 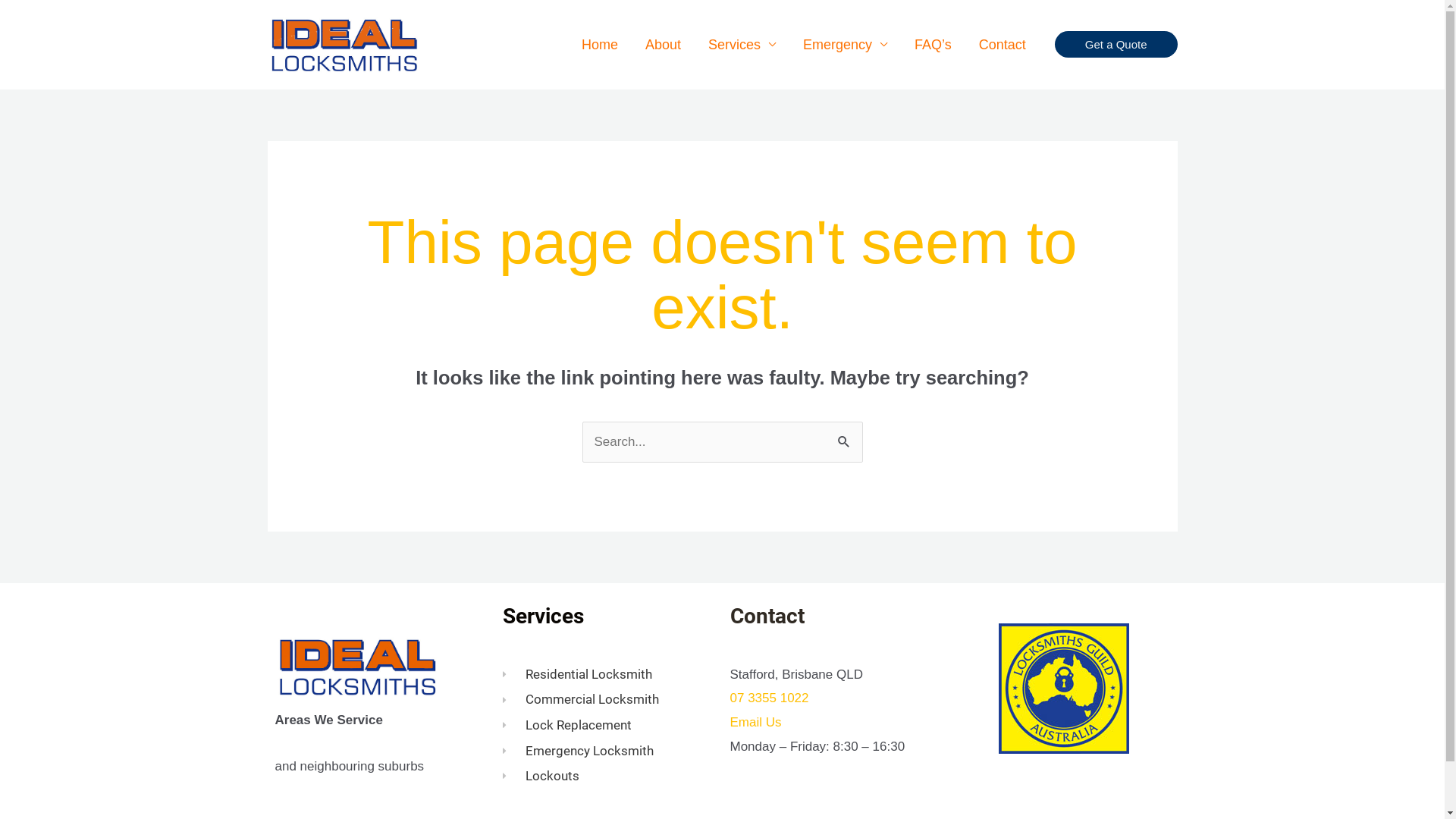 What do you see at coordinates (844, 43) in the screenshot?
I see `'Emergency'` at bounding box center [844, 43].